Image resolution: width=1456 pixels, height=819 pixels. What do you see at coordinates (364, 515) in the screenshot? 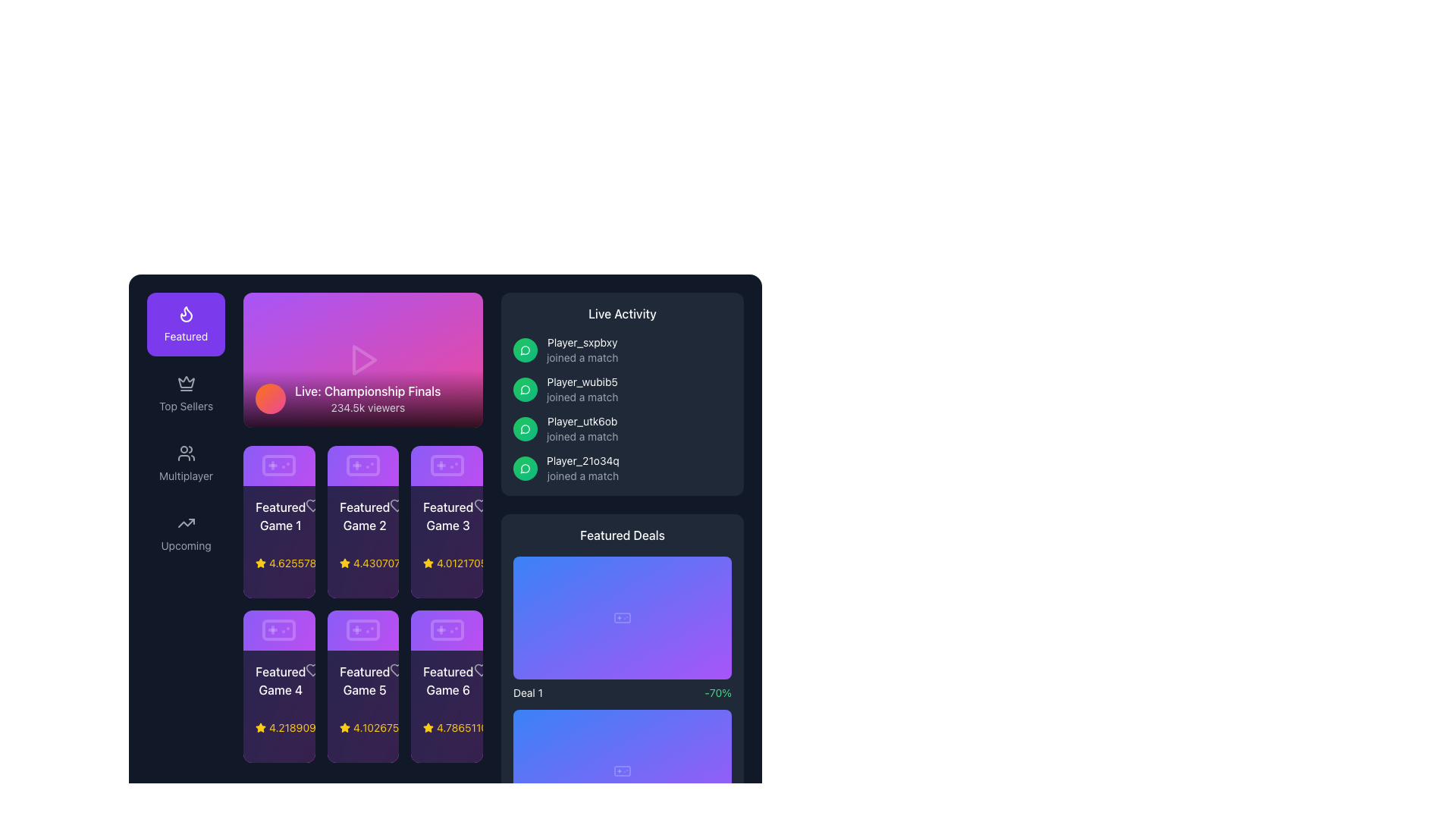
I see `text displayed in the 'Featured Game 2' label, which is in white bold font on a dark purple background` at bounding box center [364, 515].